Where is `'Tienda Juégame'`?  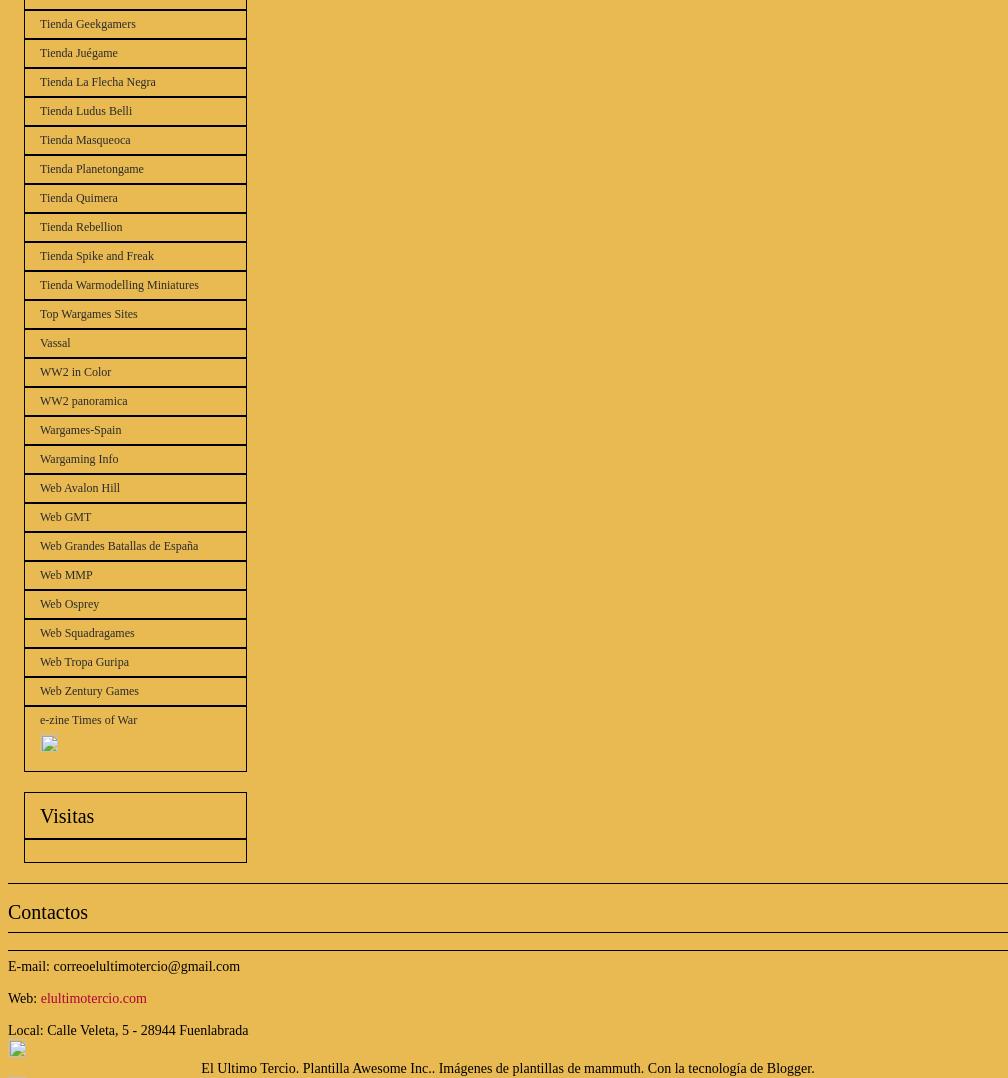
'Tienda Juégame' is located at coordinates (78, 53).